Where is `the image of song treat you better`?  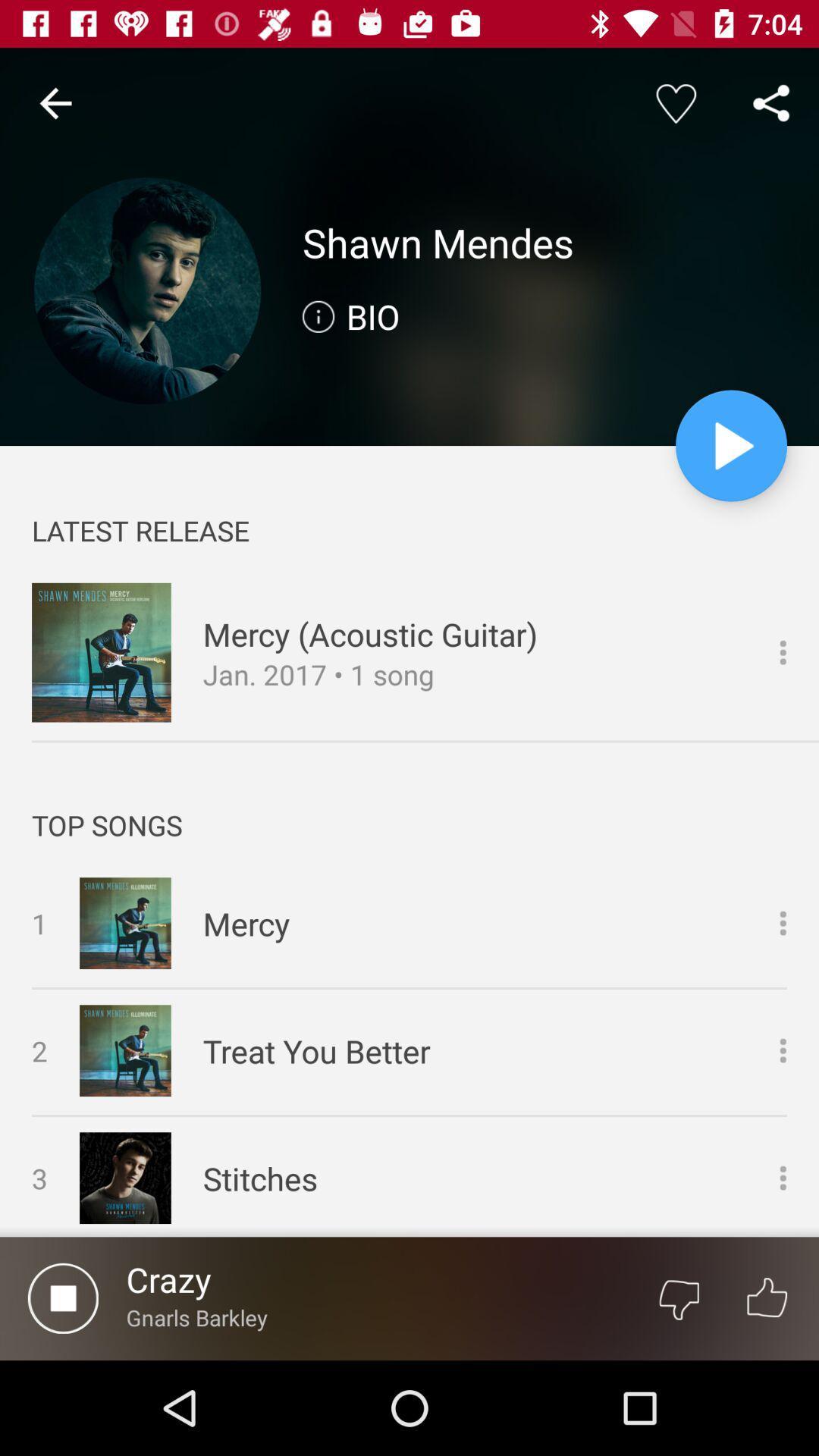
the image of song treat you better is located at coordinates (124, 1050).